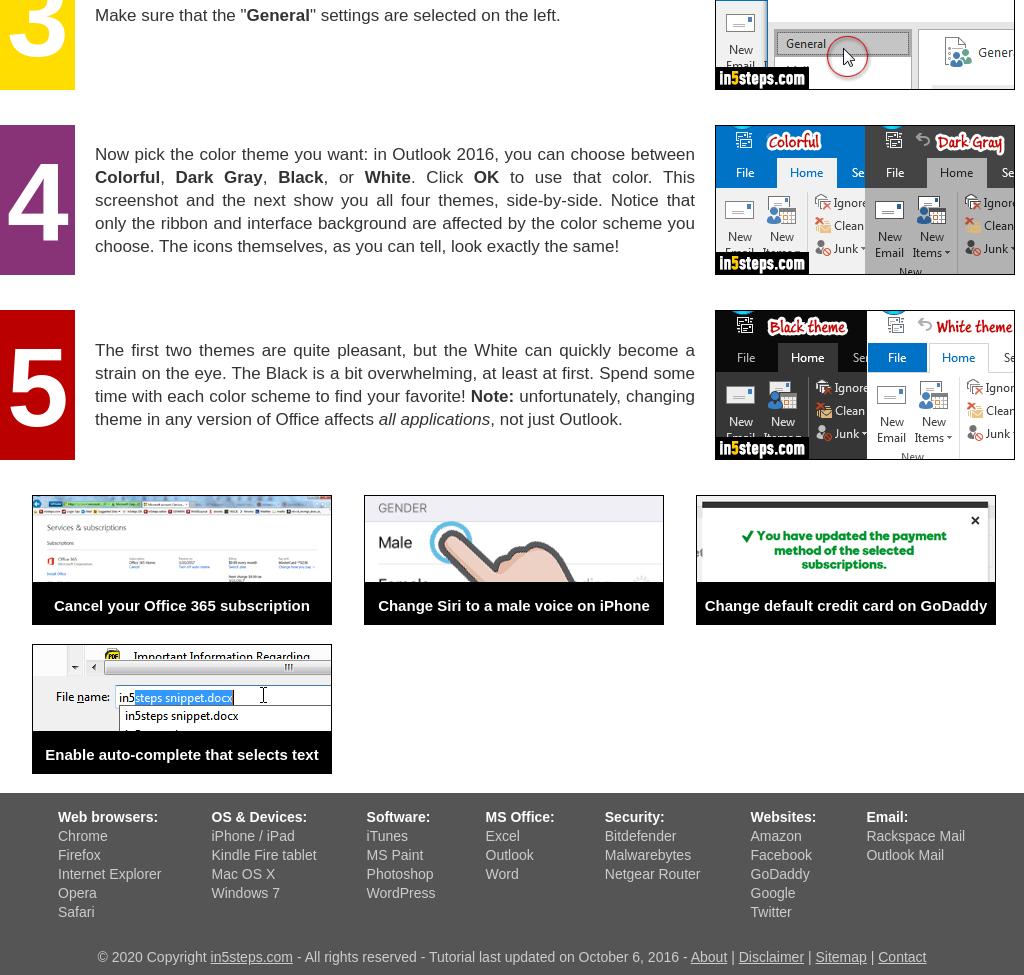 The image size is (1024, 975). I want to click on 'Kindle Fire tablet', so click(263, 854).